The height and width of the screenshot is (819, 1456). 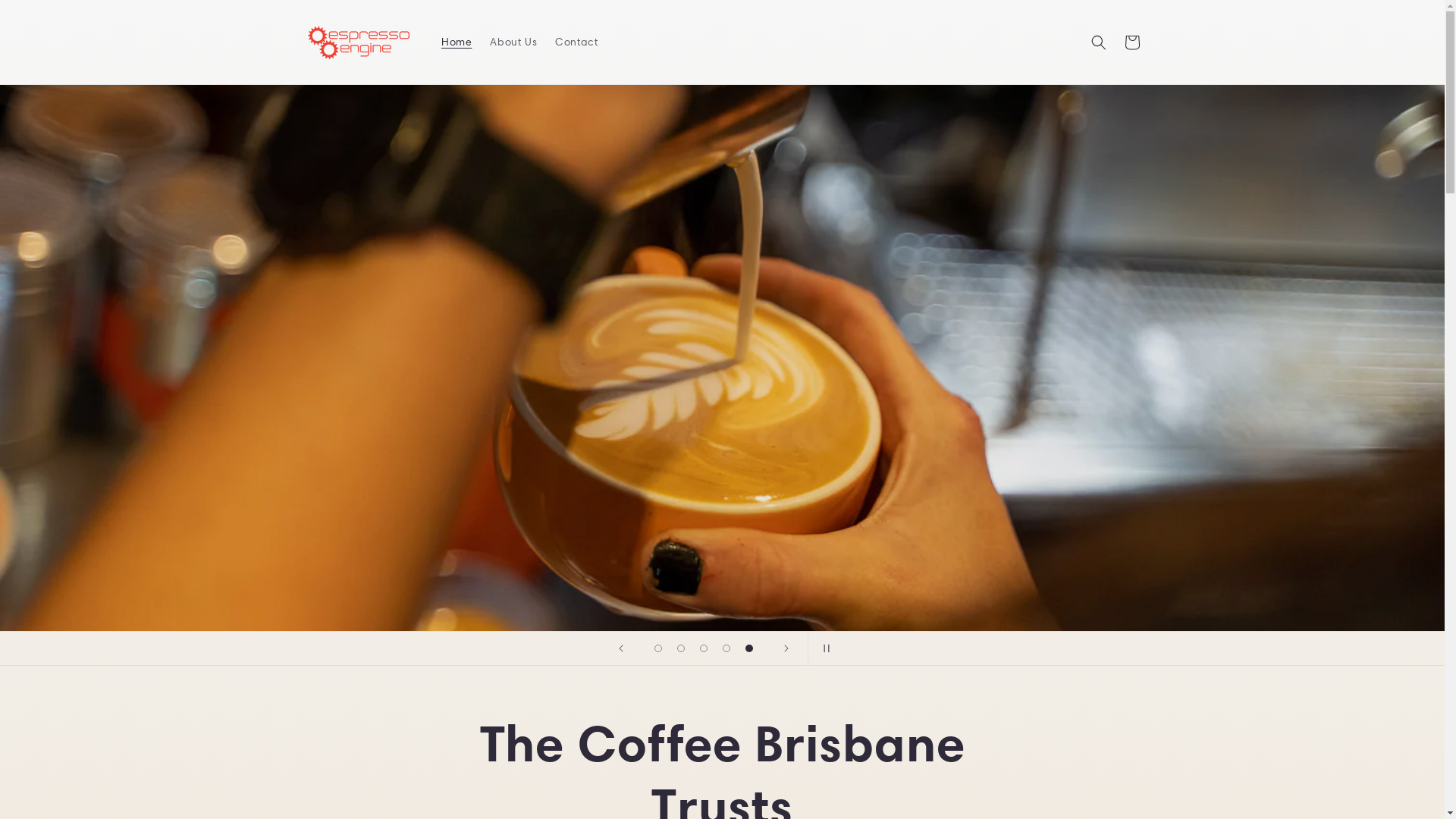 I want to click on 'About Us', so click(x=513, y=40).